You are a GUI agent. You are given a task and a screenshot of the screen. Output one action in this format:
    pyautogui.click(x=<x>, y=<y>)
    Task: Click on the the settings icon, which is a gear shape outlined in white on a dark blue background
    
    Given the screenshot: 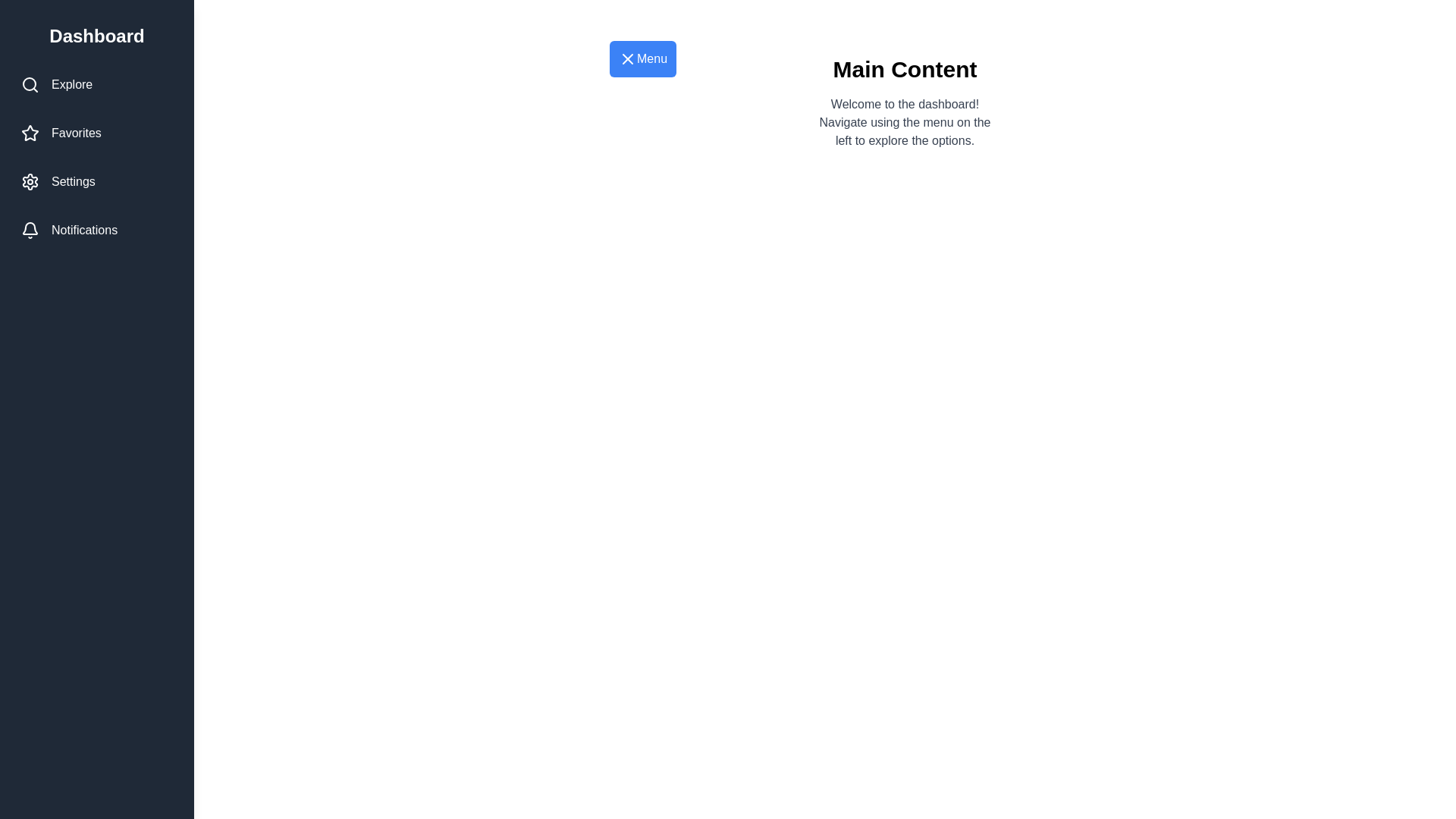 What is the action you would take?
    pyautogui.click(x=30, y=180)
    